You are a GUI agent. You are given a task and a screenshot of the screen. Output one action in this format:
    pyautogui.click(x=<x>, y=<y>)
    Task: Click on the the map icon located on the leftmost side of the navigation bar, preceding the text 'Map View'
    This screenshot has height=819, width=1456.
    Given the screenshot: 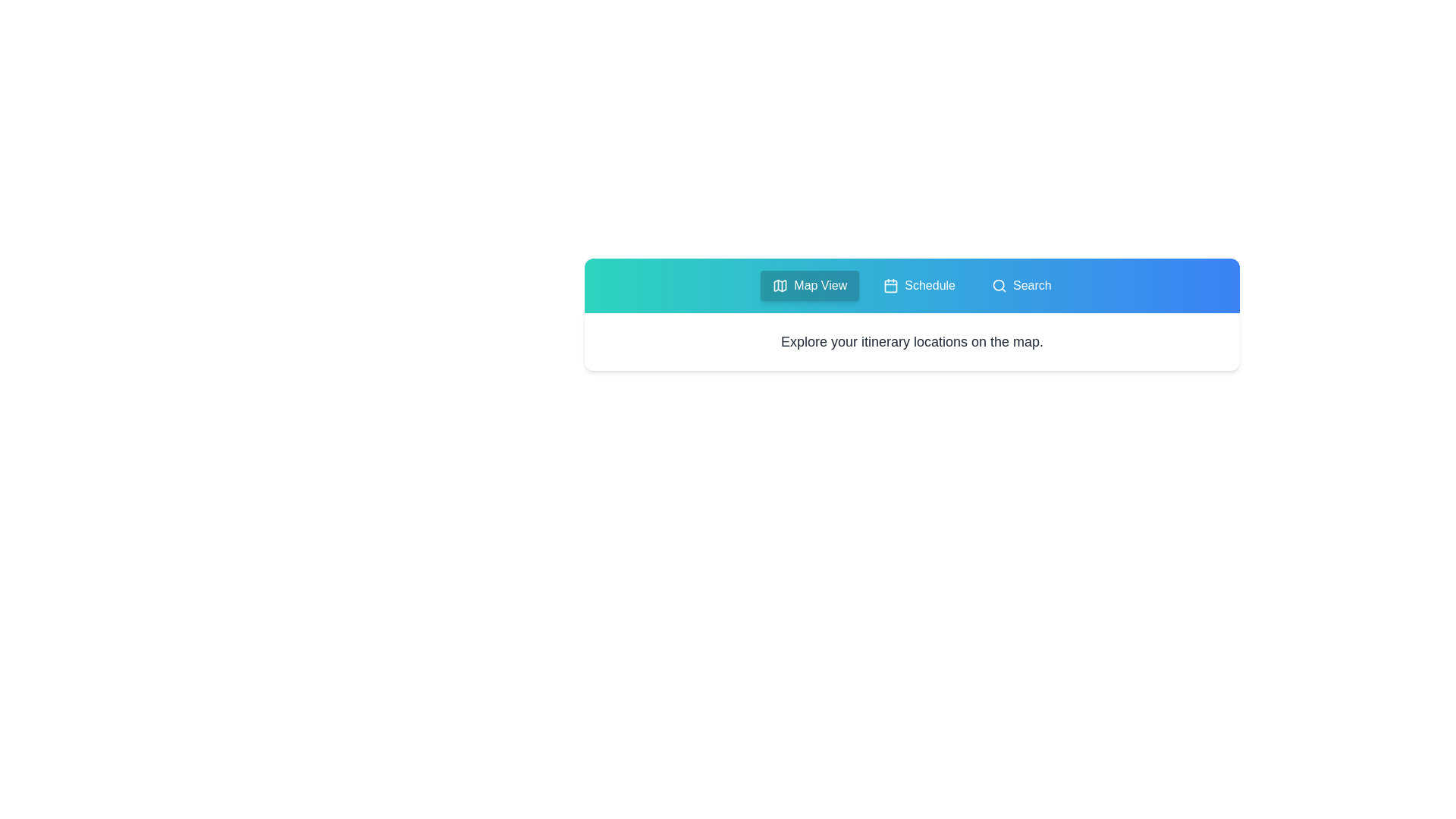 What is the action you would take?
    pyautogui.click(x=780, y=286)
    